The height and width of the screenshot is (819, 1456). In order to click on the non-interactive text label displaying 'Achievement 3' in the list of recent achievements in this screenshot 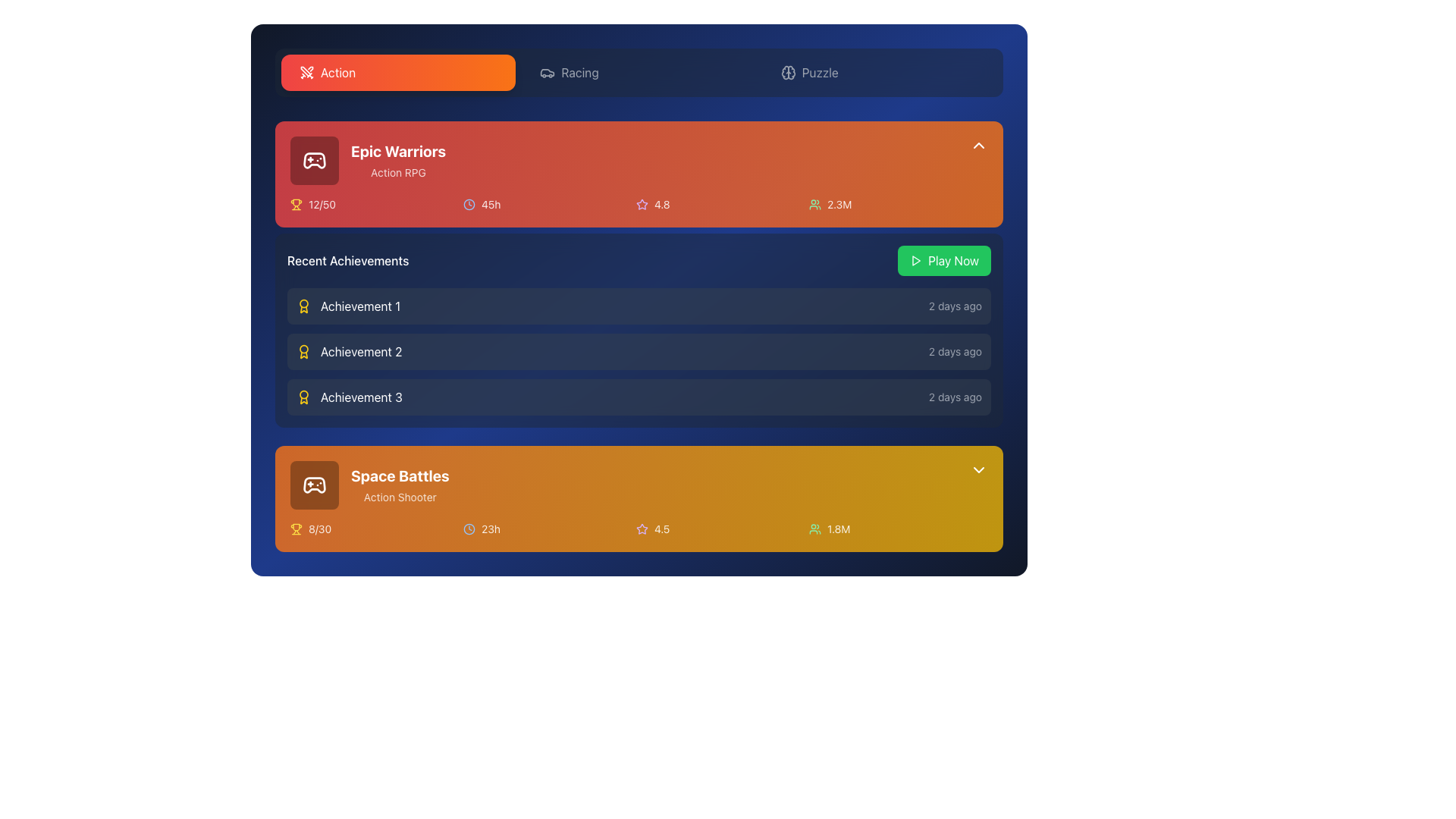, I will do `click(360, 397)`.